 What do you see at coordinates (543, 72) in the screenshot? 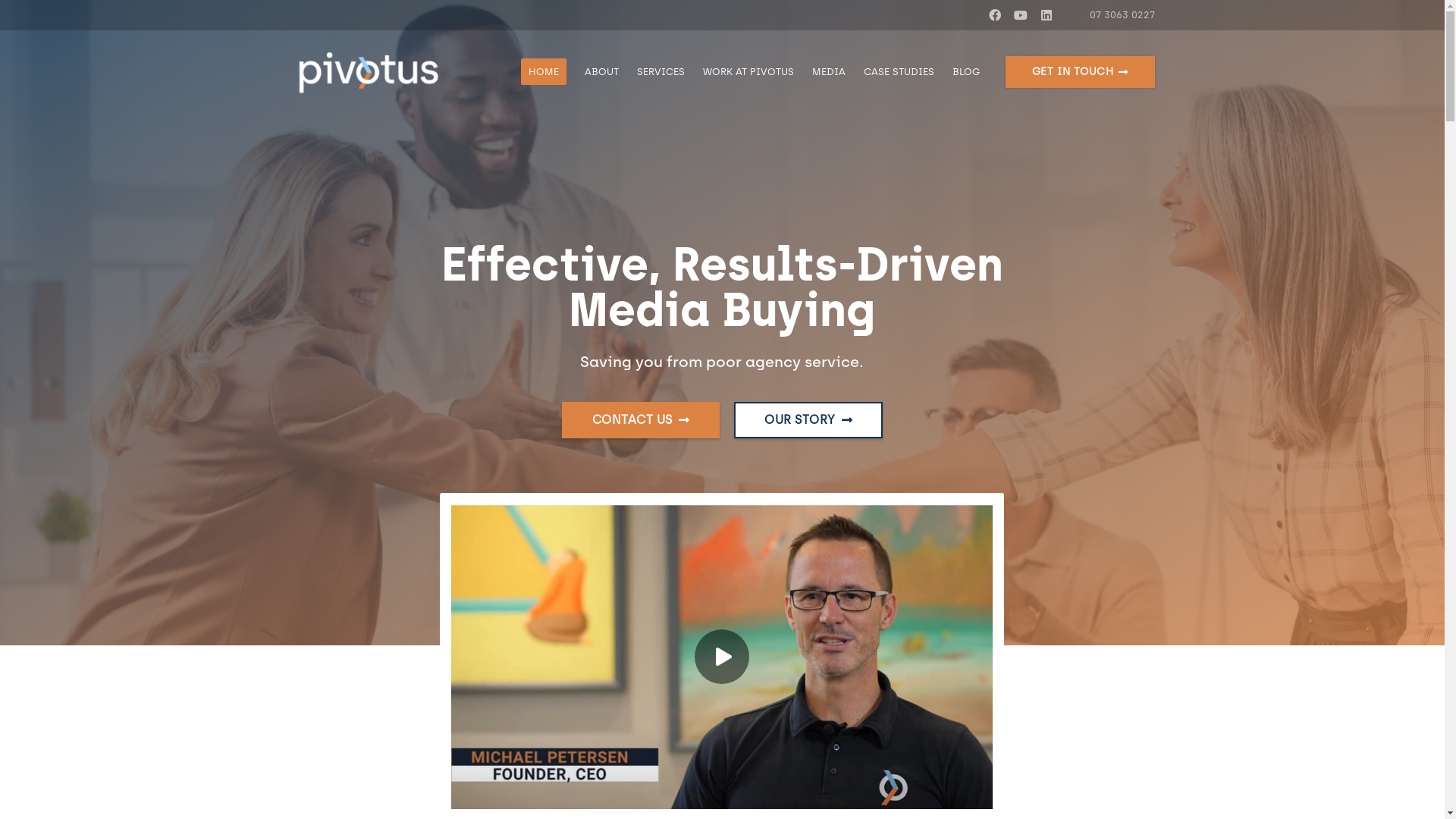
I see `'HOME'` at bounding box center [543, 72].